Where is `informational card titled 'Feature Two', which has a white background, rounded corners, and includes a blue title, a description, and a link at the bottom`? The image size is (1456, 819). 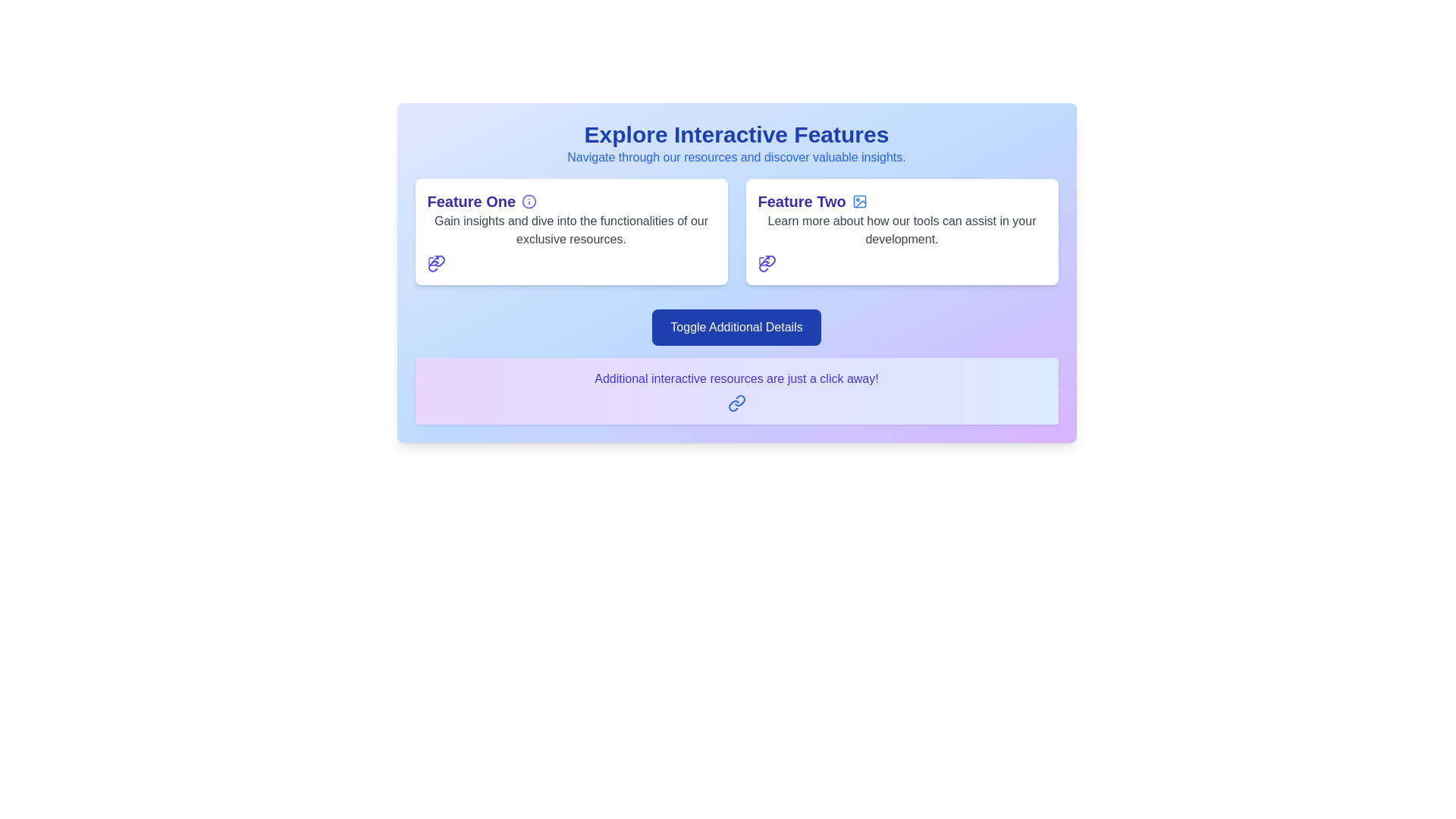 informational card titled 'Feature Two', which has a white background, rounded corners, and includes a blue title, a description, and a link at the bottom is located at coordinates (902, 231).